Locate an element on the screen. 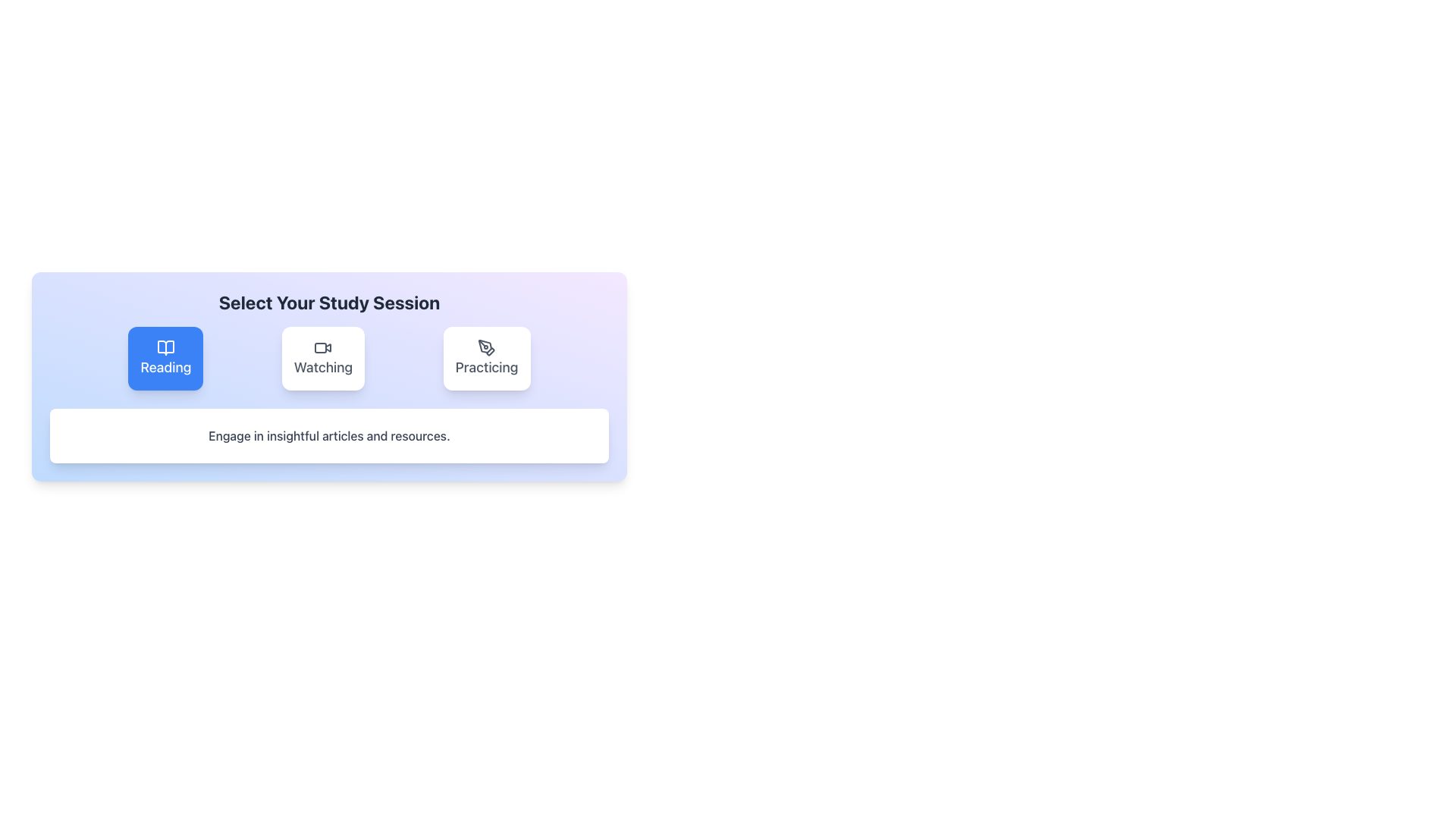 The image size is (1456, 819). the central button in the row of three buttons labeled 'Watching' mode to trigger hover effects is located at coordinates (328, 359).